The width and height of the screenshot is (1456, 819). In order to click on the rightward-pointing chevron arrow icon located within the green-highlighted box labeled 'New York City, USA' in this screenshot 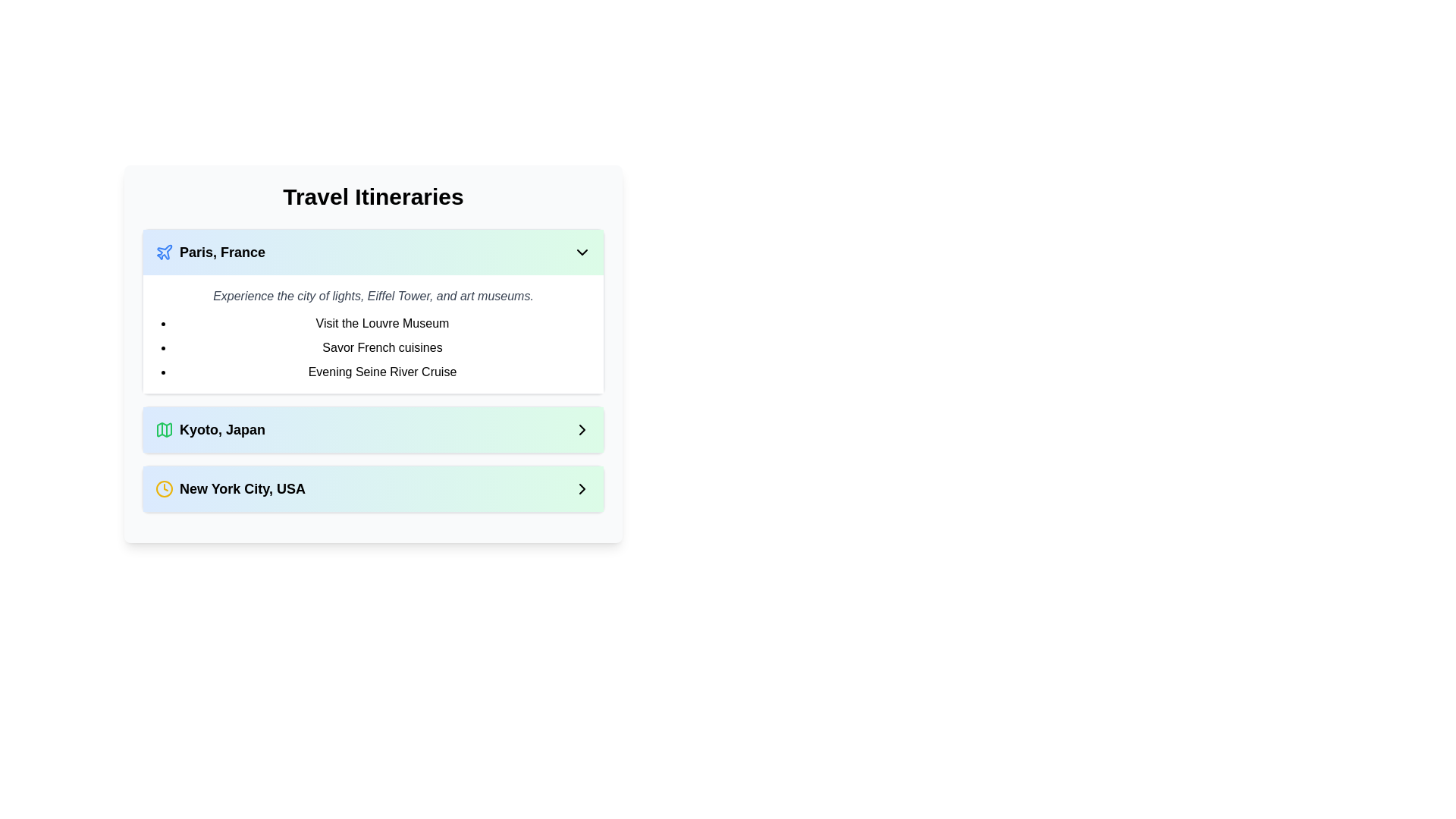, I will do `click(582, 488)`.